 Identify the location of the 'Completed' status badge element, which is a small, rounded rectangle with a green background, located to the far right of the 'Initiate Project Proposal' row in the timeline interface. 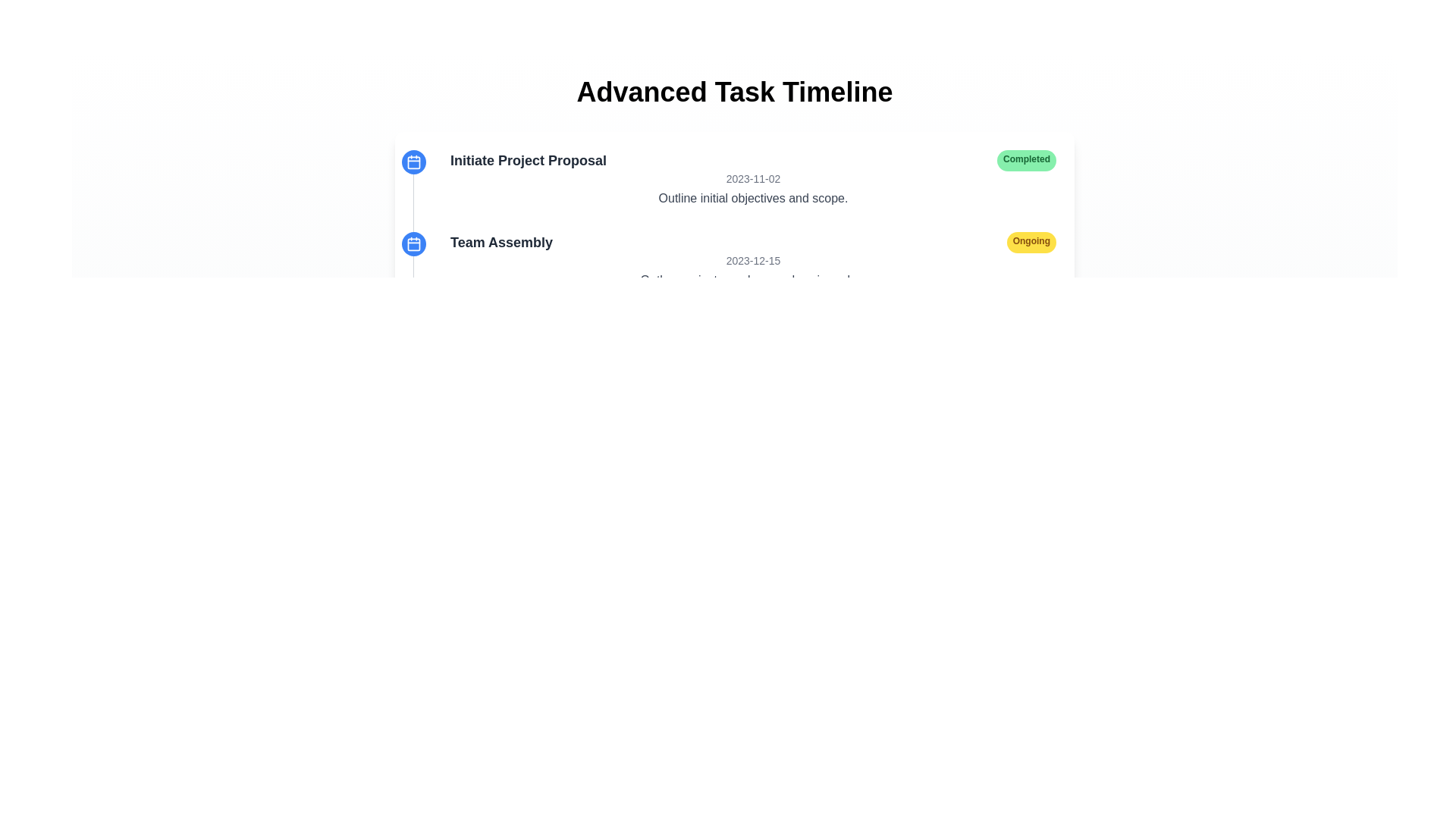
(1026, 161).